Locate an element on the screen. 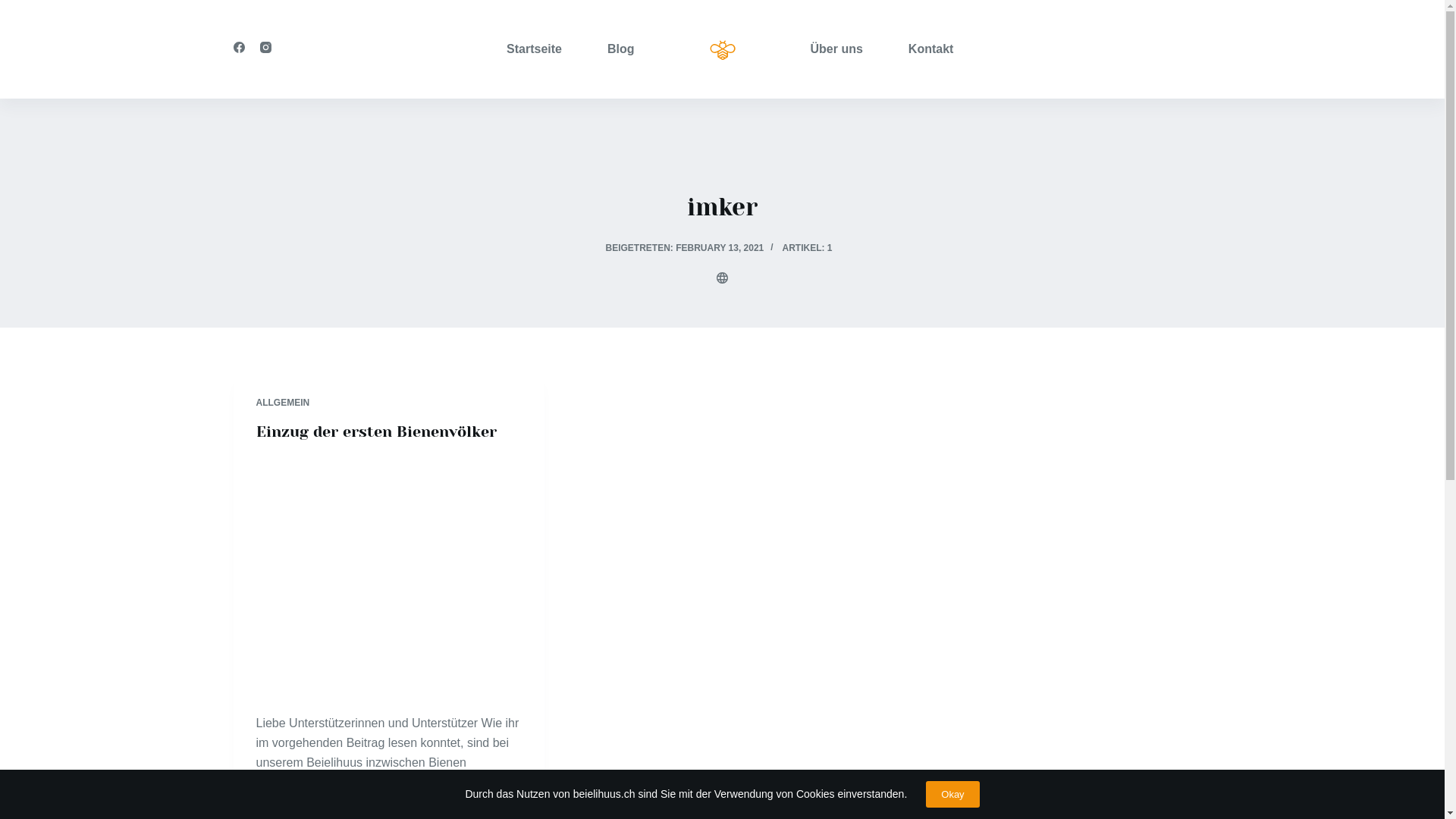 The height and width of the screenshot is (819, 1456). 'Zum Inhalt springen' is located at coordinates (14, 8).